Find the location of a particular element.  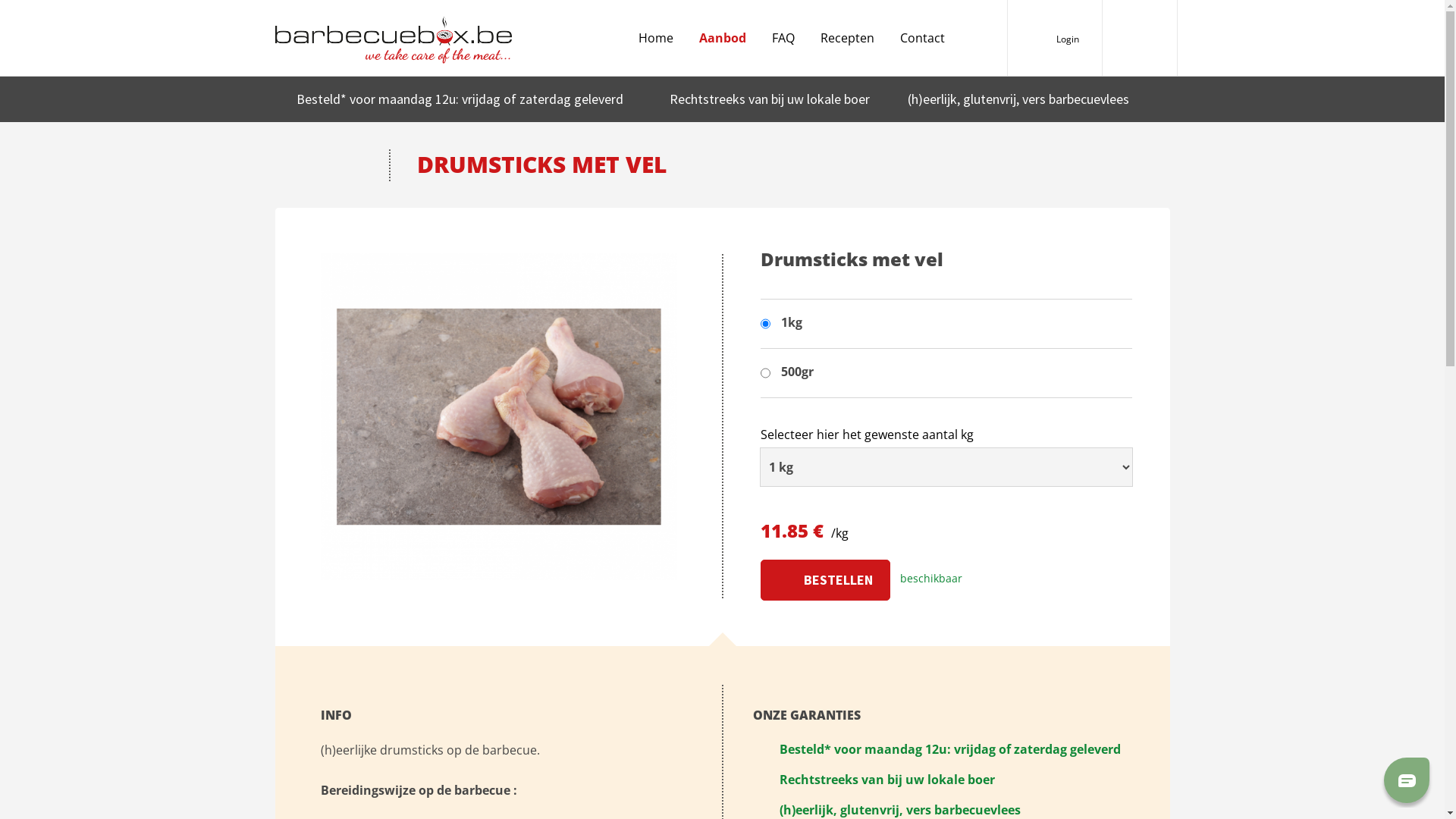

'Login' is located at coordinates (1055, 38).